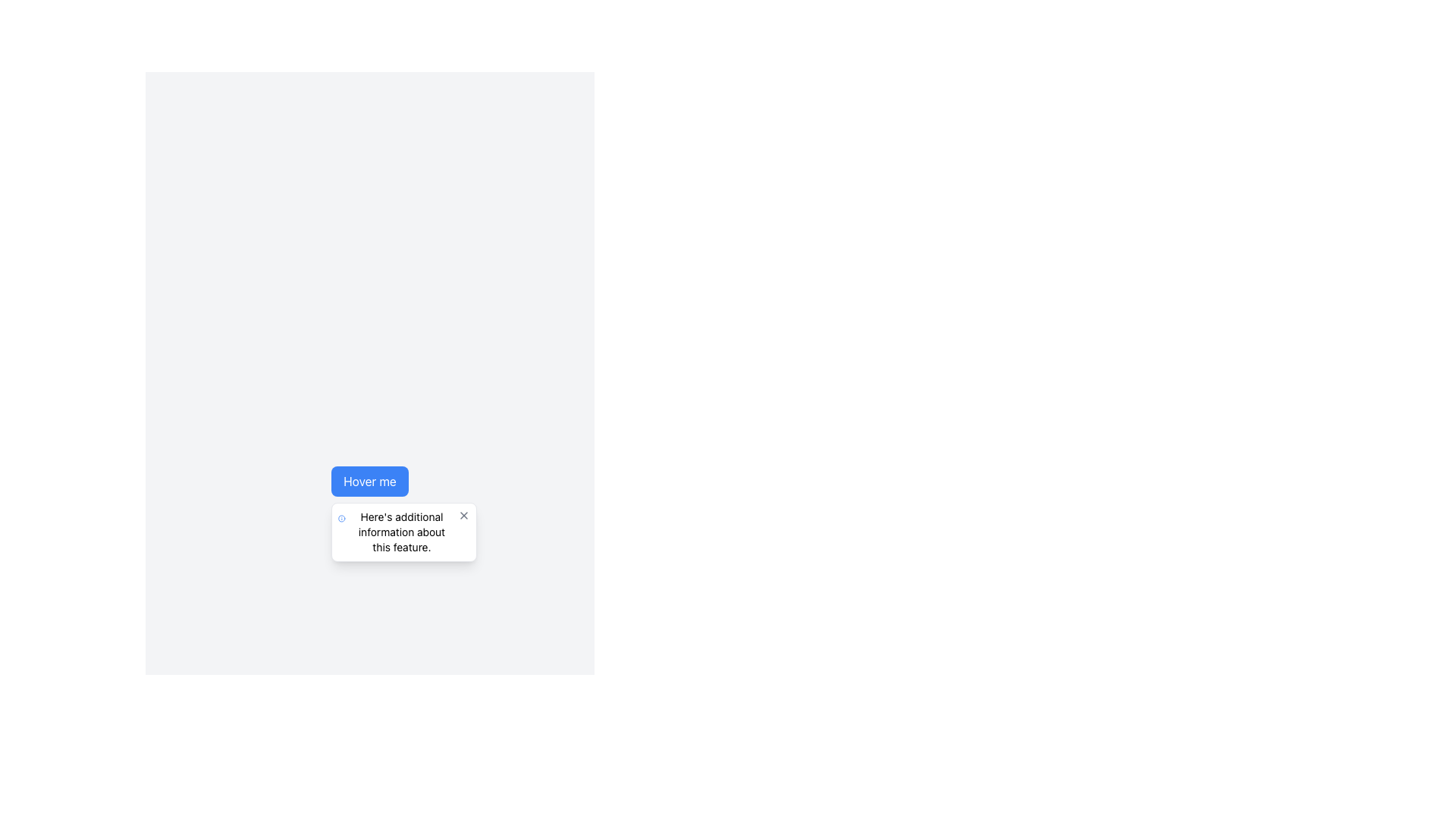  What do you see at coordinates (463, 514) in the screenshot?
I see `the button featuring a cross icon, which is styled gray and changes to red on hover, located next to the text block with the message 'Here's additional information about this feature.'` at bounding box center [463, 514].